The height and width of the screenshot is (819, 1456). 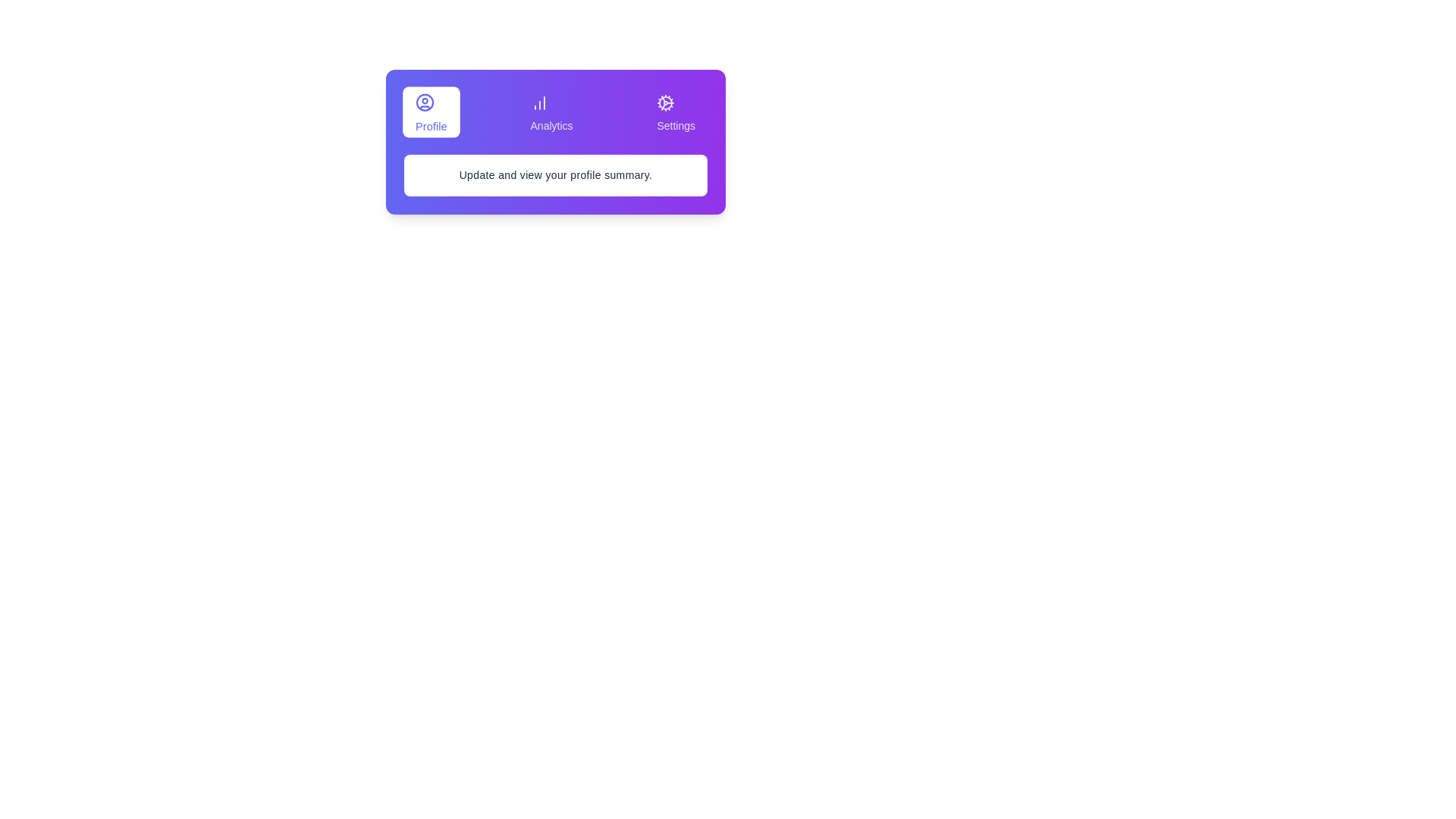 I want to click on the Analytics tab to display its content, so click(x=550, y=111).